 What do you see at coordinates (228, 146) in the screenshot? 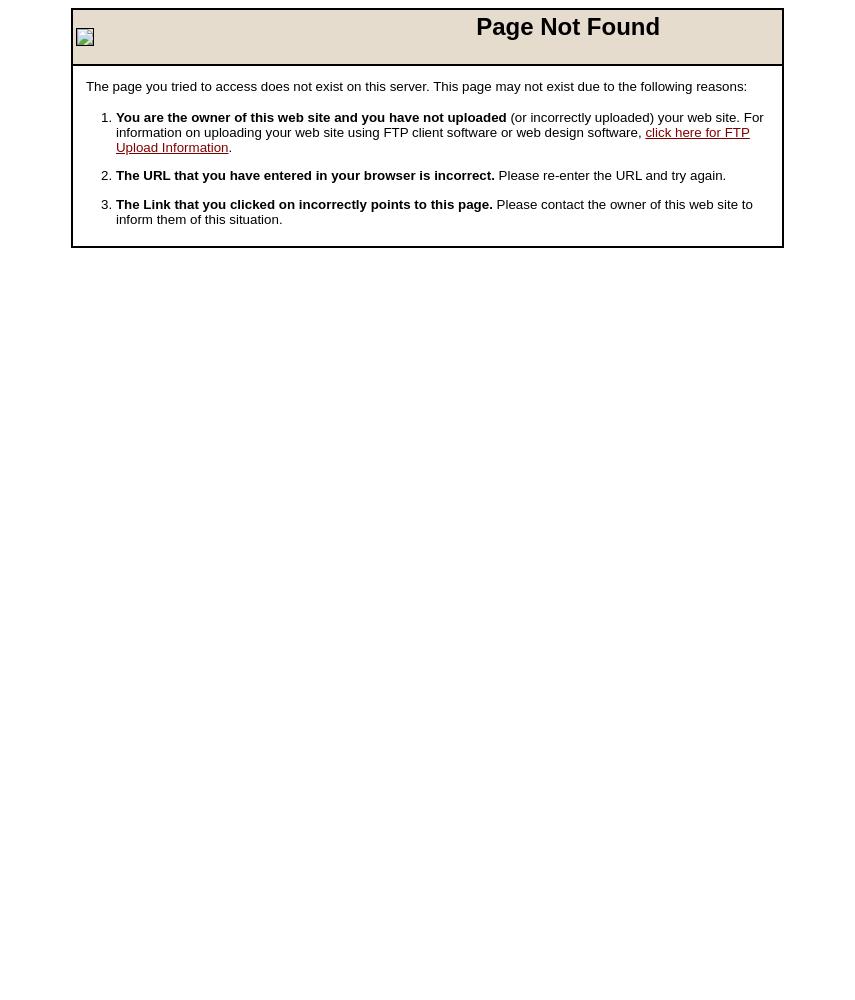
I see `'.'` at bounding box center [228, 146].